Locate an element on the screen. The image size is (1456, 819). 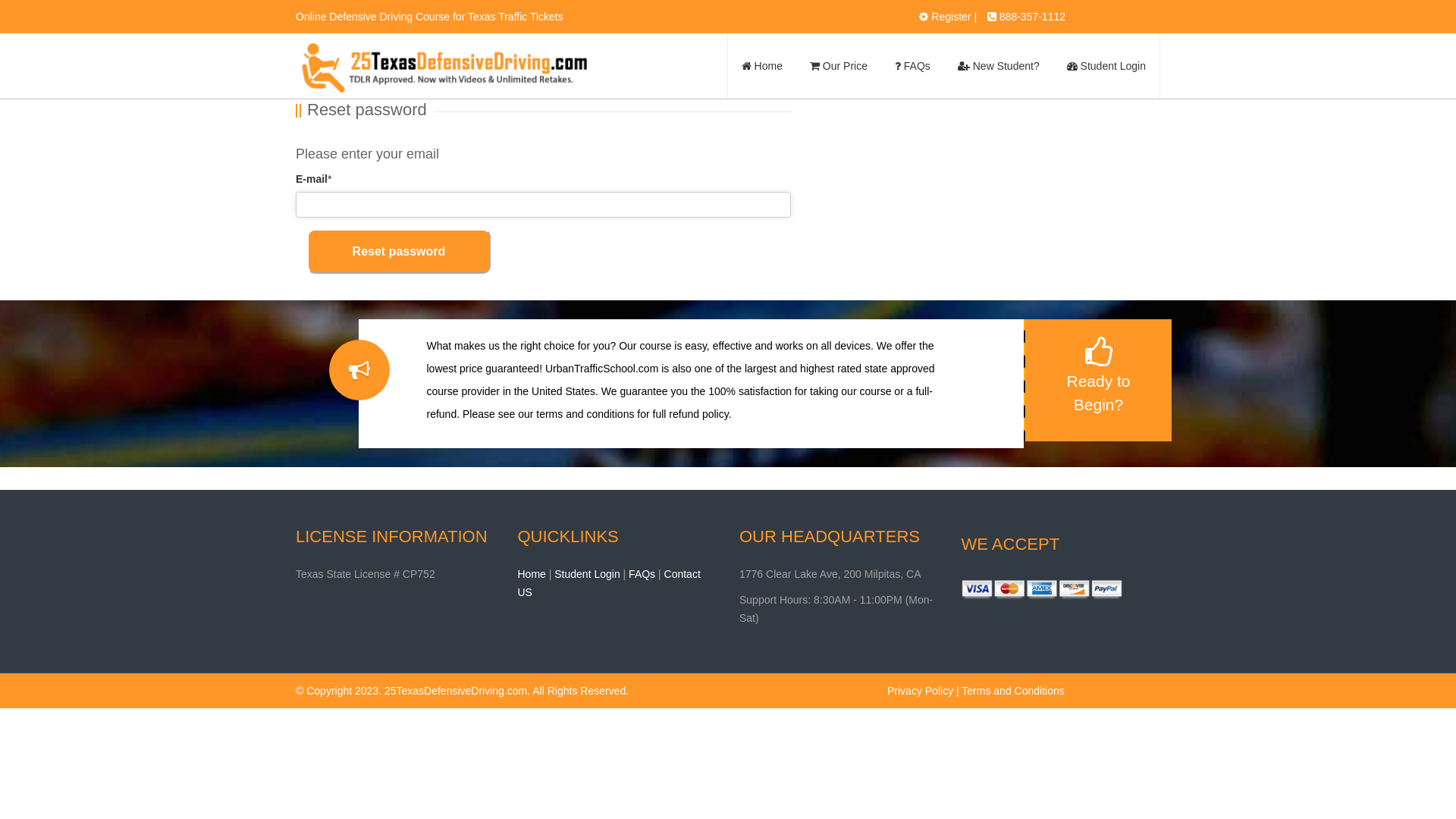
'Contact US' is located at coordinates (608, 582).